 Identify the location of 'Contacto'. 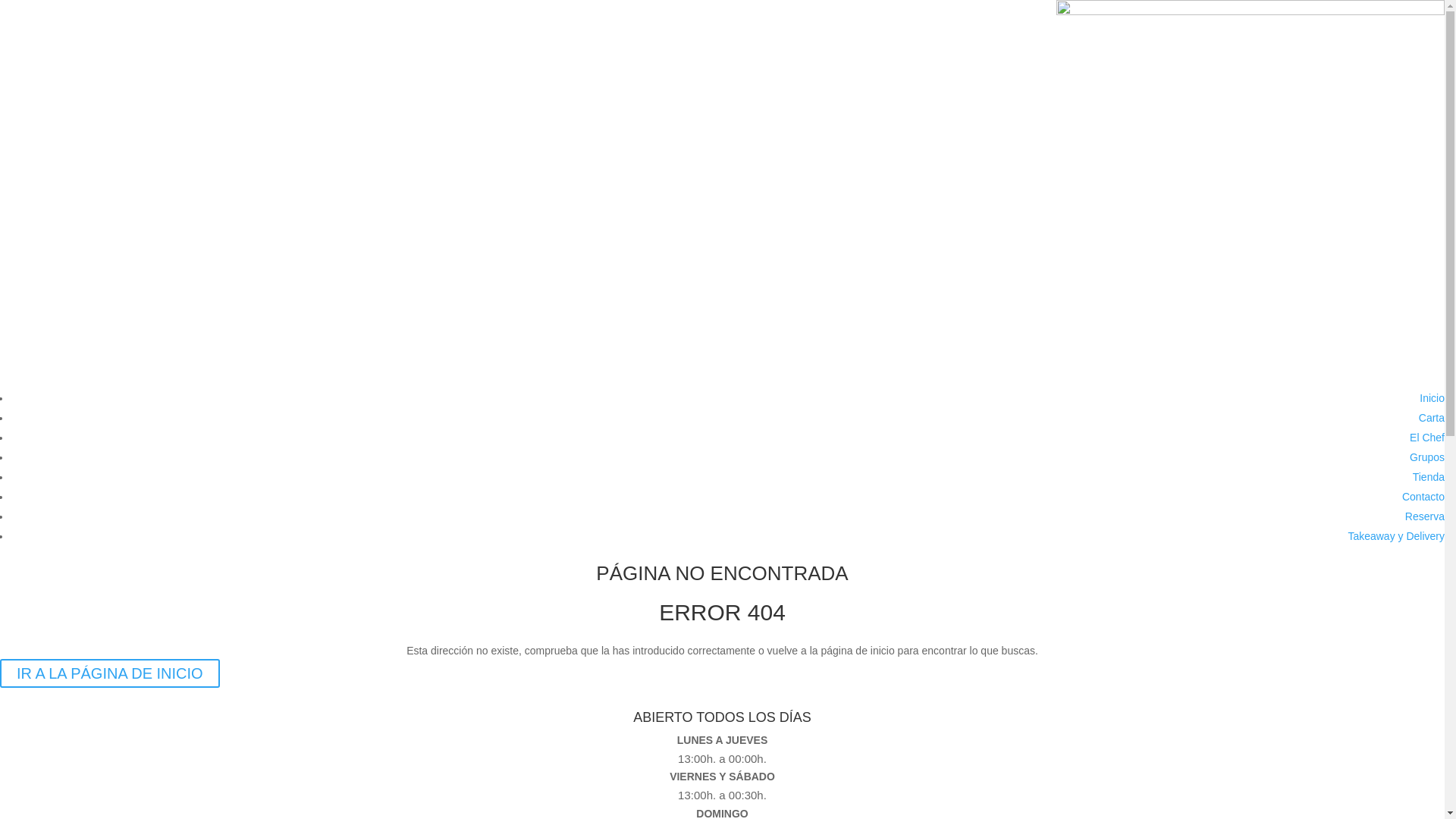
(1422, 497).